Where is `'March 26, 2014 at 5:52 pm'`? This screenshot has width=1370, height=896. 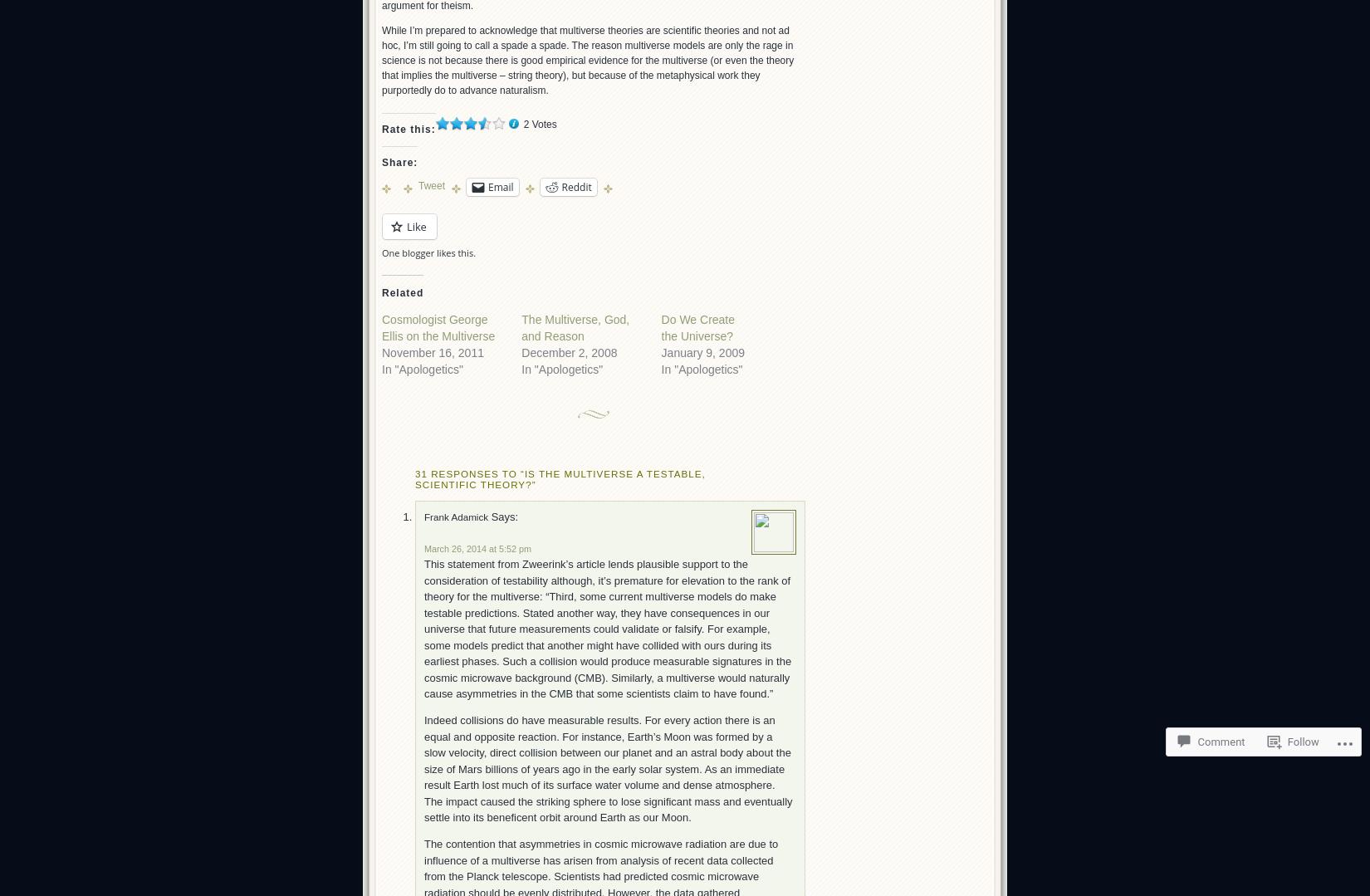
'March 26, 2014 at 5:52 pm' is located at coordinates (477, 547).